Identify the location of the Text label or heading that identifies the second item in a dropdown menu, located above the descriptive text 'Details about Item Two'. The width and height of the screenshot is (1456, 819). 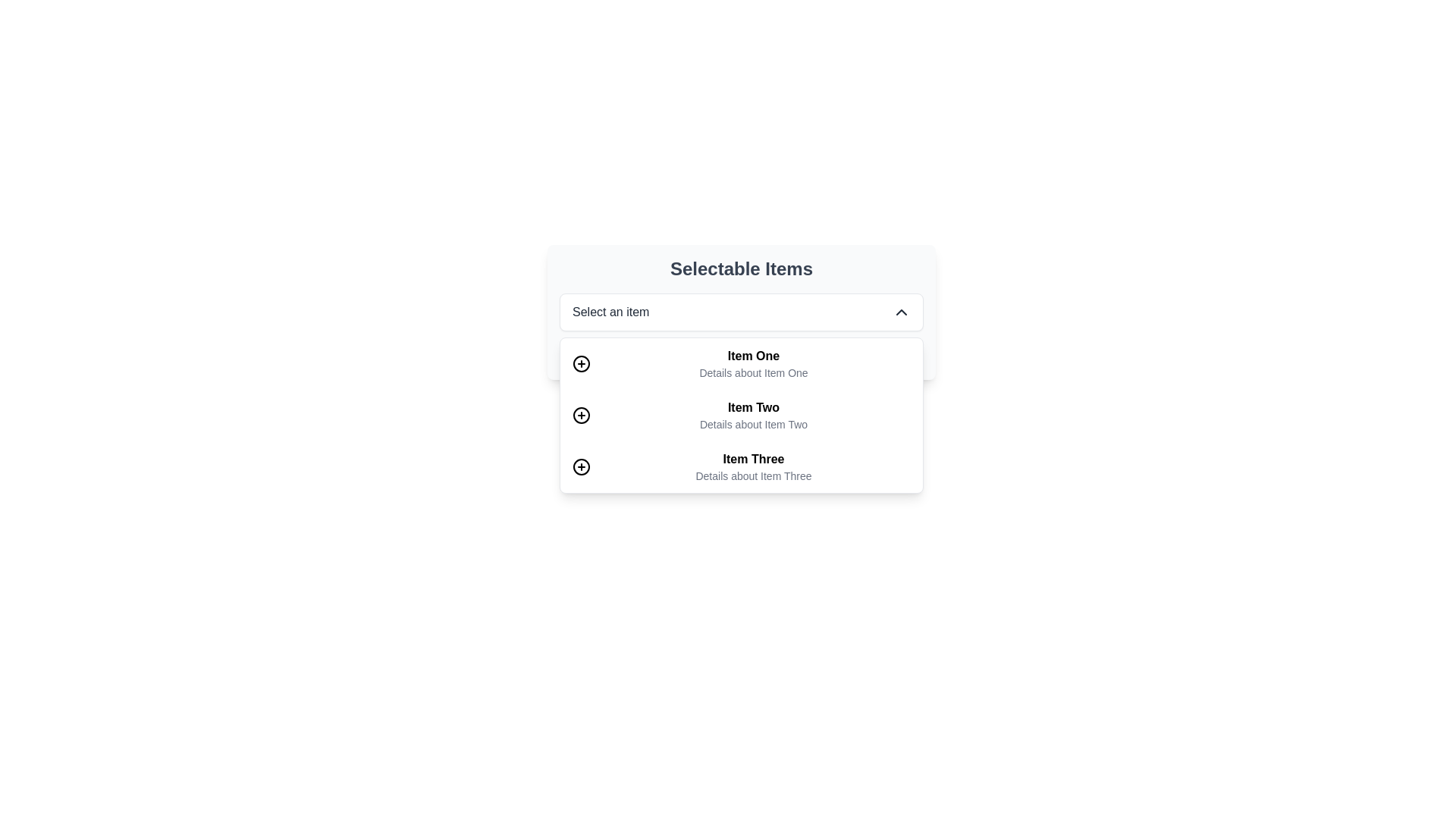
(753, 406).